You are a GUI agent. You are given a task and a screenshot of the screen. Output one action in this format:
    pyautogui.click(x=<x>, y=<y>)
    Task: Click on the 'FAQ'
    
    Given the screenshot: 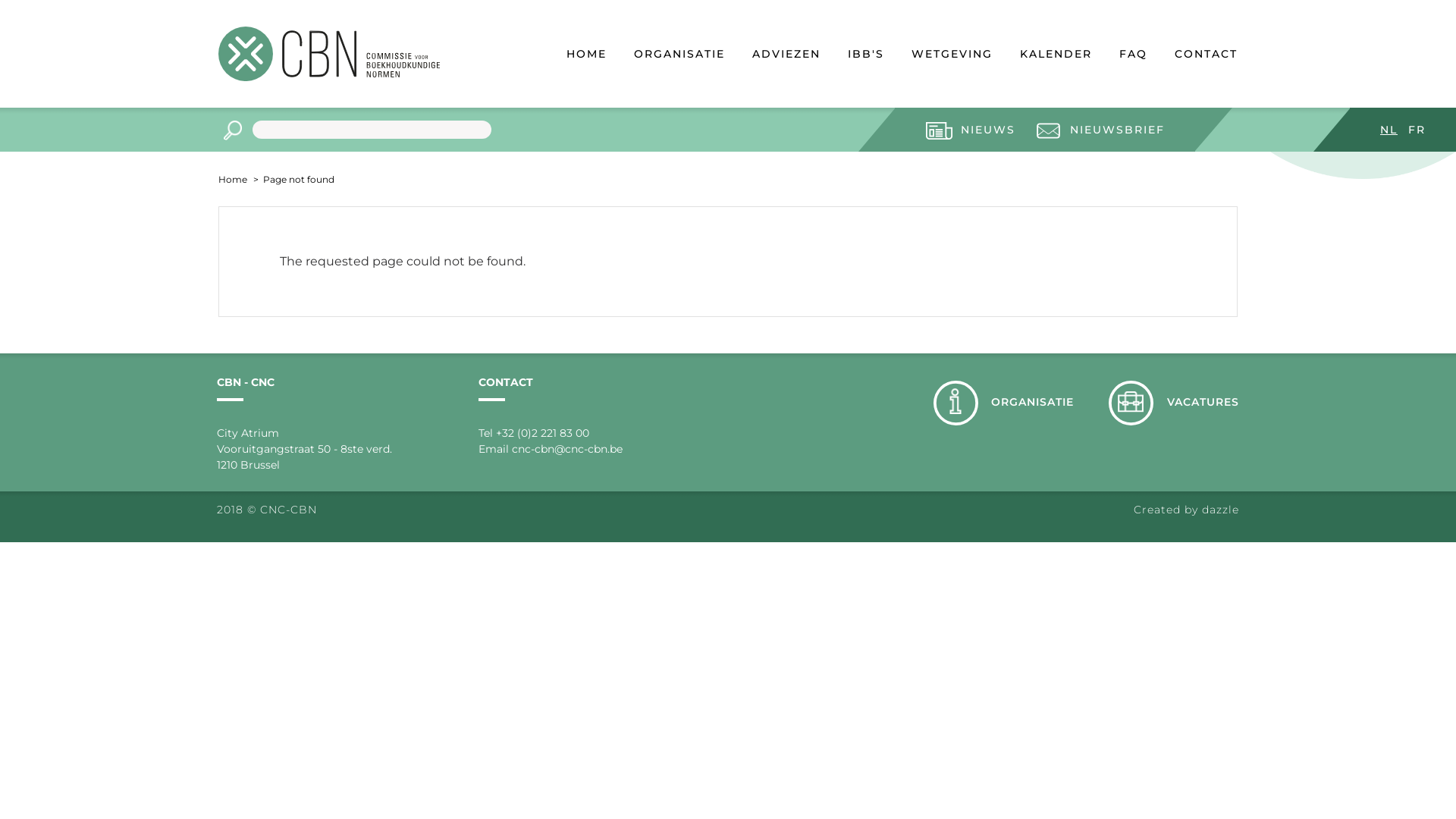 What is the action you would take?
    pyautogui.click(x=1133, y=55)
    